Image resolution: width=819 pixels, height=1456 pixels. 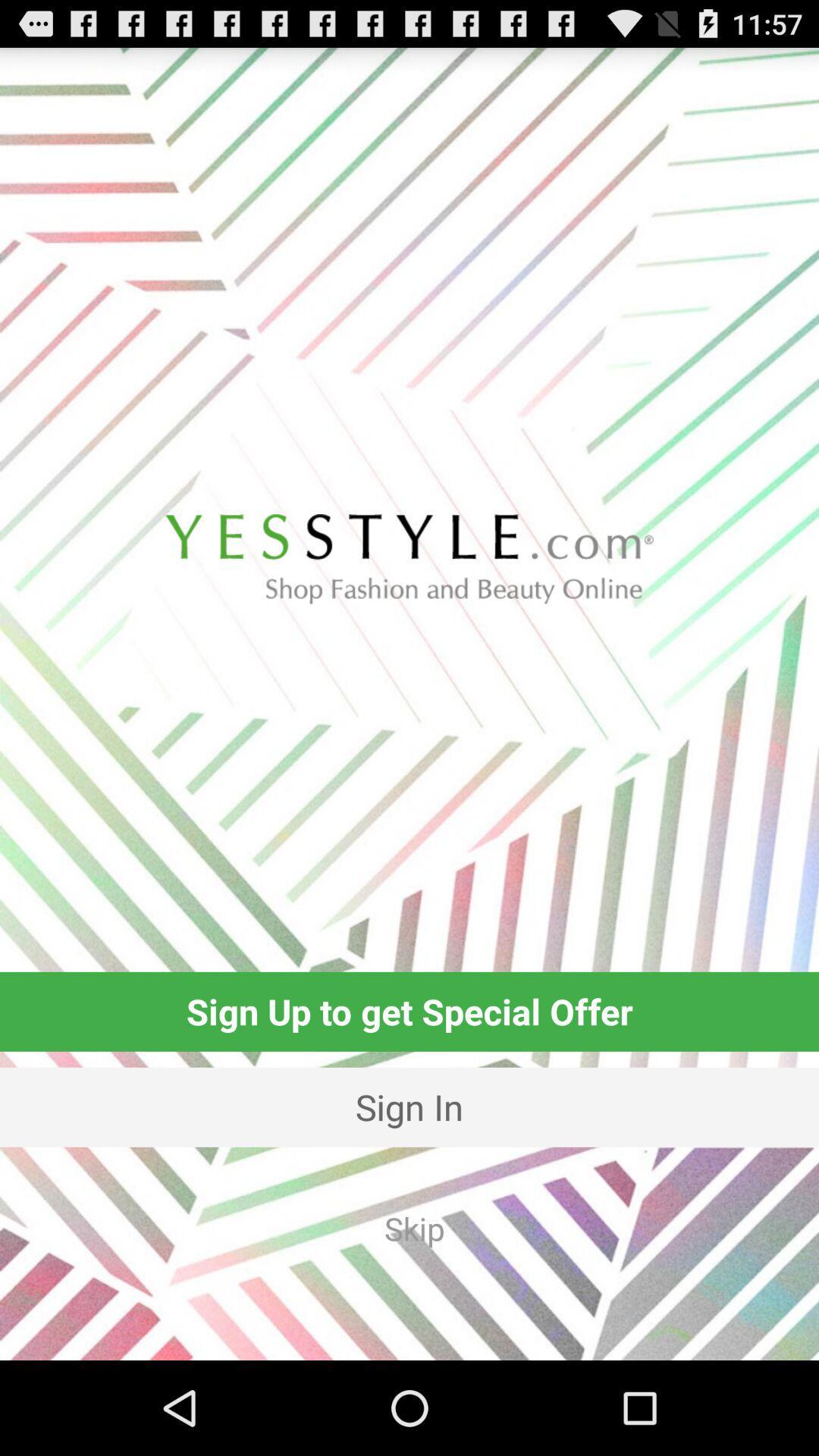 What do you see at coordinates (409, 1012) in the screenshot?
I see `the sign up to icon` at bounding box center [409, 1012].